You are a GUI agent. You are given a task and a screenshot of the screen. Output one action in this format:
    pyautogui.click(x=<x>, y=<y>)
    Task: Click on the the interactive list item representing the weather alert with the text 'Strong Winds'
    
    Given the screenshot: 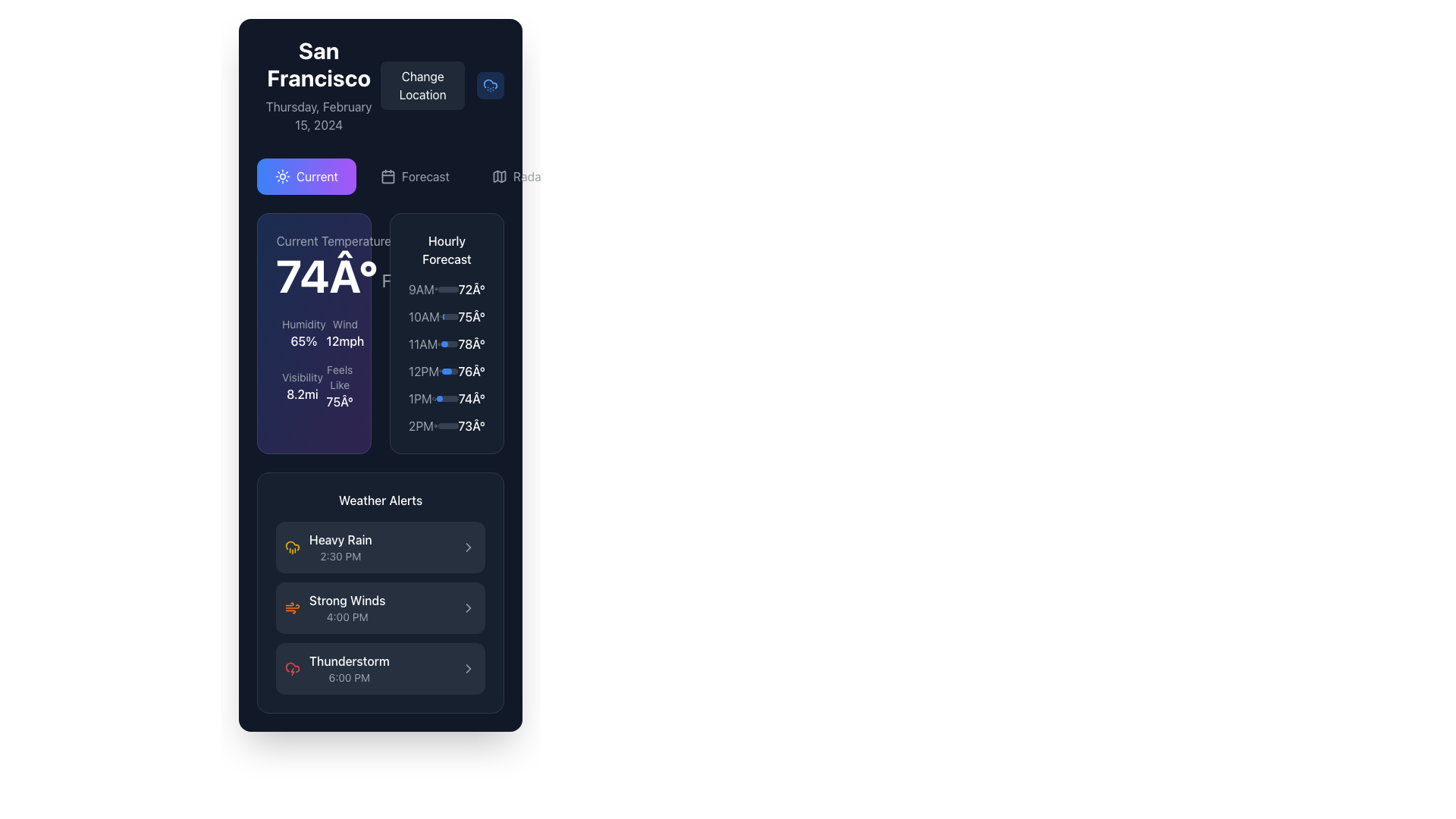 What is the action you would take?
    pyautogui.click(x=381, y=607)
    